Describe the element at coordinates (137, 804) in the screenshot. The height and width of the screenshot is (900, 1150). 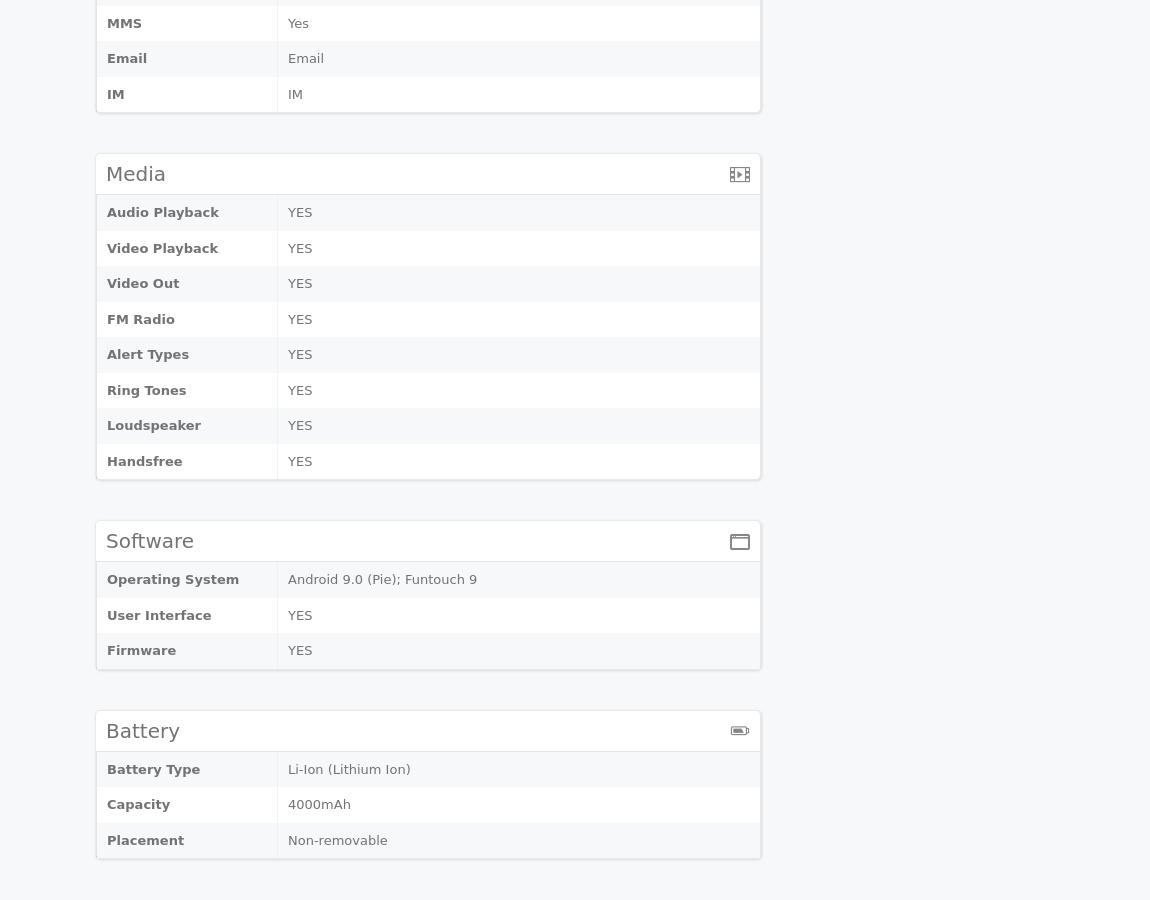
I see `'Capacity'` at that location.